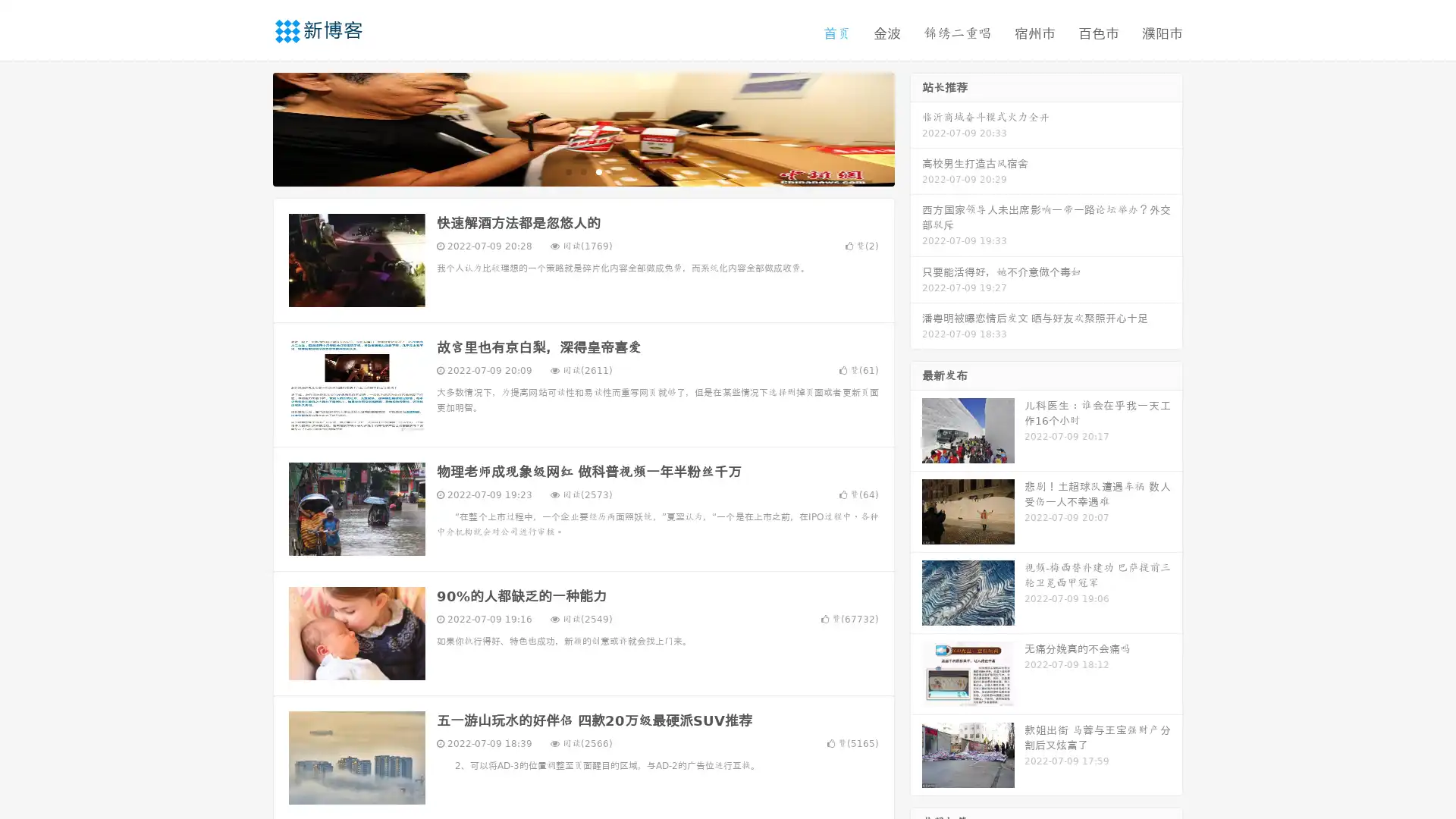  Describe the element at coordinates (582, 171) in the screenshot. I see `Go to slide 2` at that location.